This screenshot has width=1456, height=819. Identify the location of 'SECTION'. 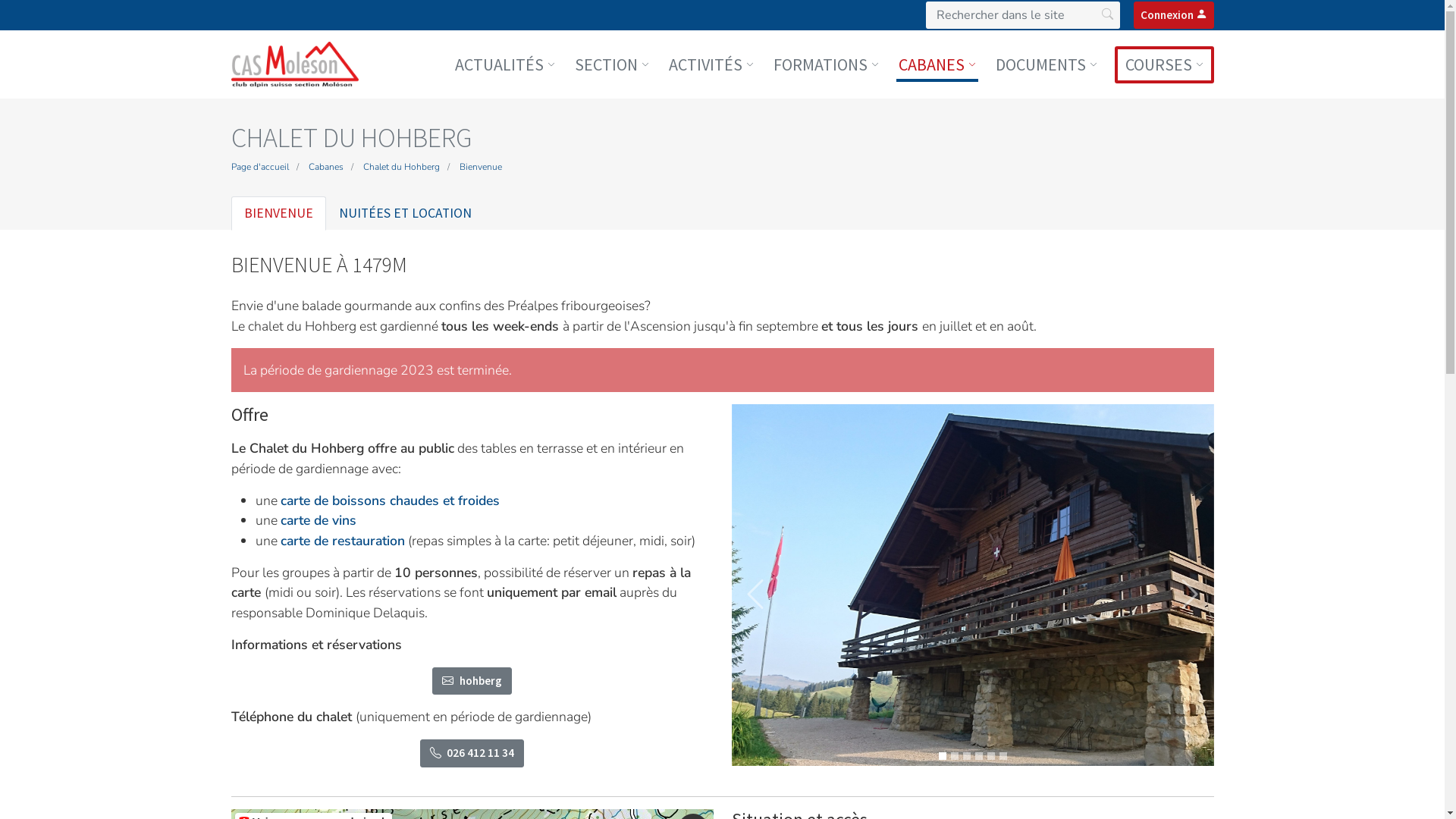
(570, 63).